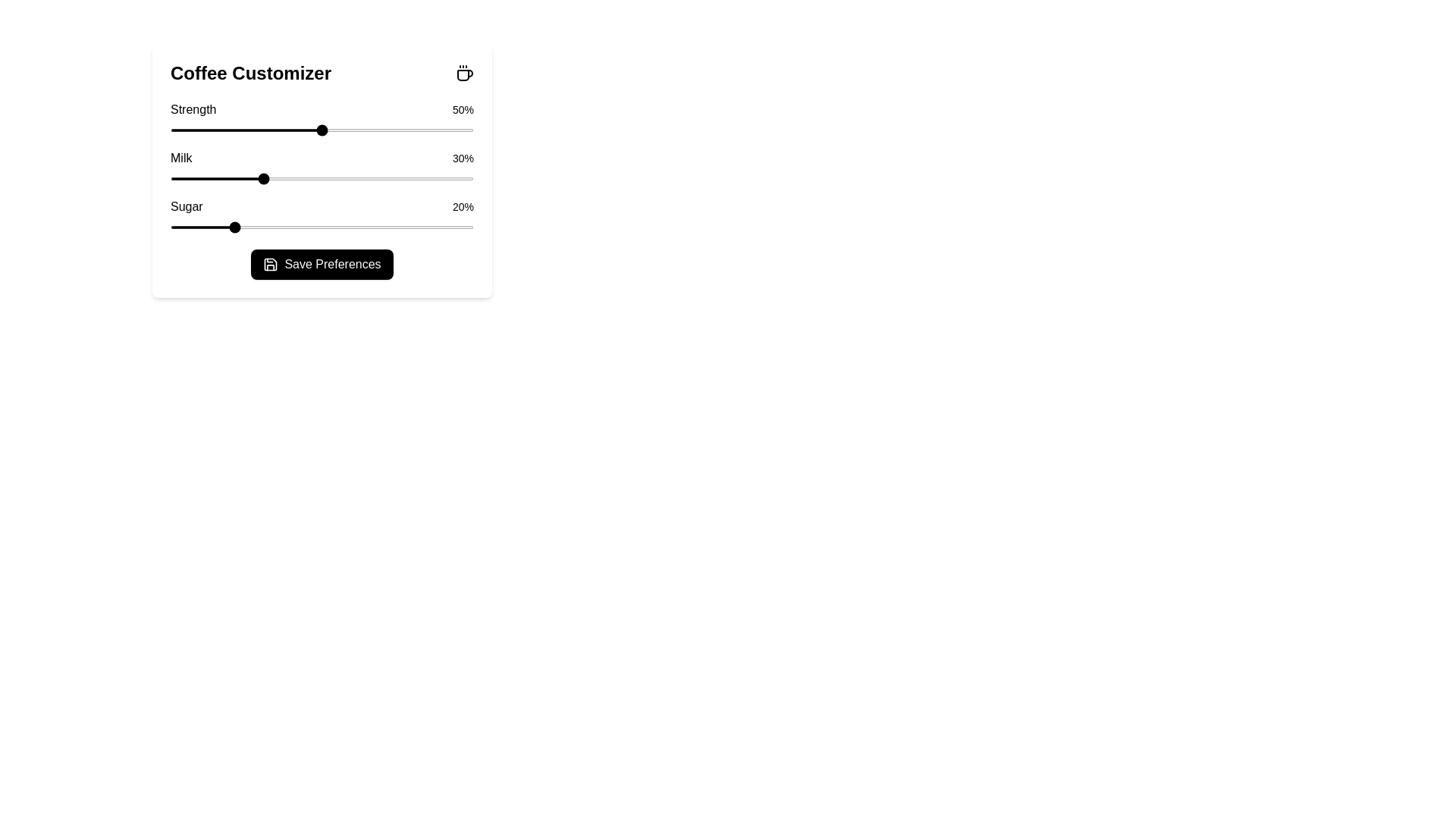 This screenshot has width=1456, height=819. I want to click on the confirmation button located at the bottom of the 'Coffee Customizer' section, which serves, so click(331, 263).